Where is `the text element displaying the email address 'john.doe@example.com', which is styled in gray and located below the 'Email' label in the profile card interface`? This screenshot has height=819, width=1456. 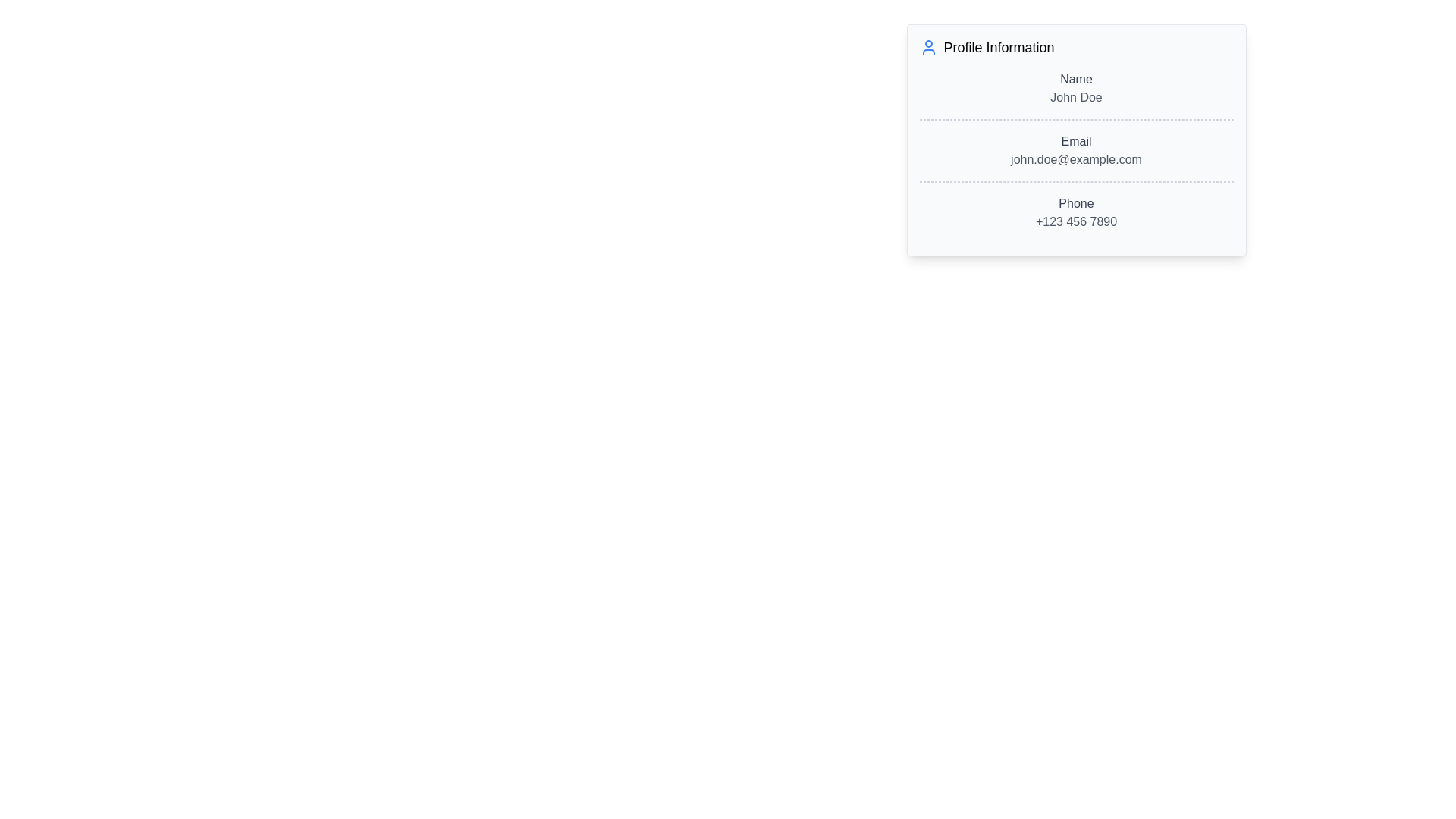 the text element displaying the email address 'john.doe@example.com', which is styled in gray and located below the 'Email' label in the profile card interface is located at coordinates (1075, 160).